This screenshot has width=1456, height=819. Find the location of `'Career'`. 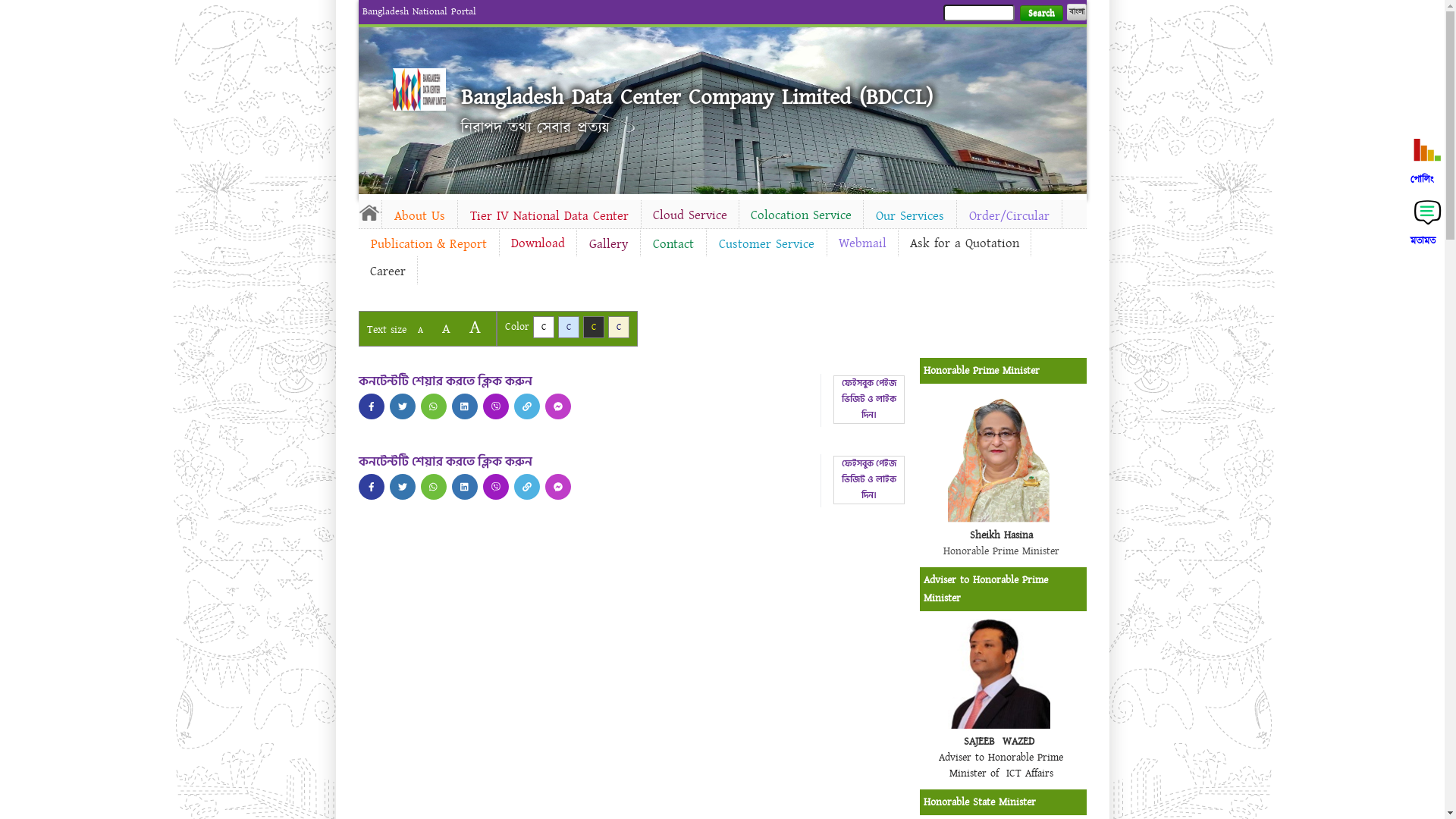

'Career' is located at coordinates (387, 271).